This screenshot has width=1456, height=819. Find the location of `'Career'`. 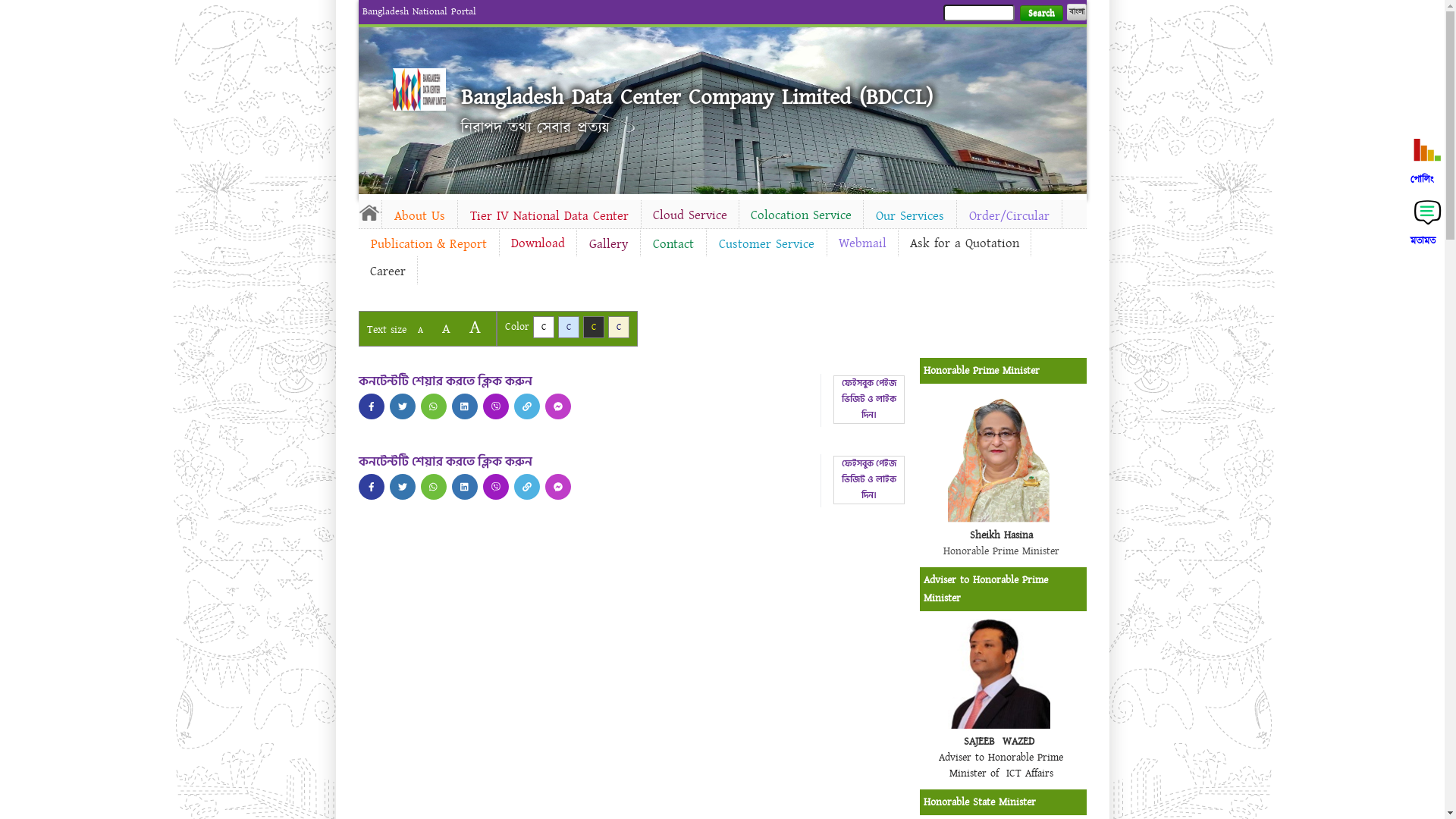

'Career' is located at coordinates (387, 271).